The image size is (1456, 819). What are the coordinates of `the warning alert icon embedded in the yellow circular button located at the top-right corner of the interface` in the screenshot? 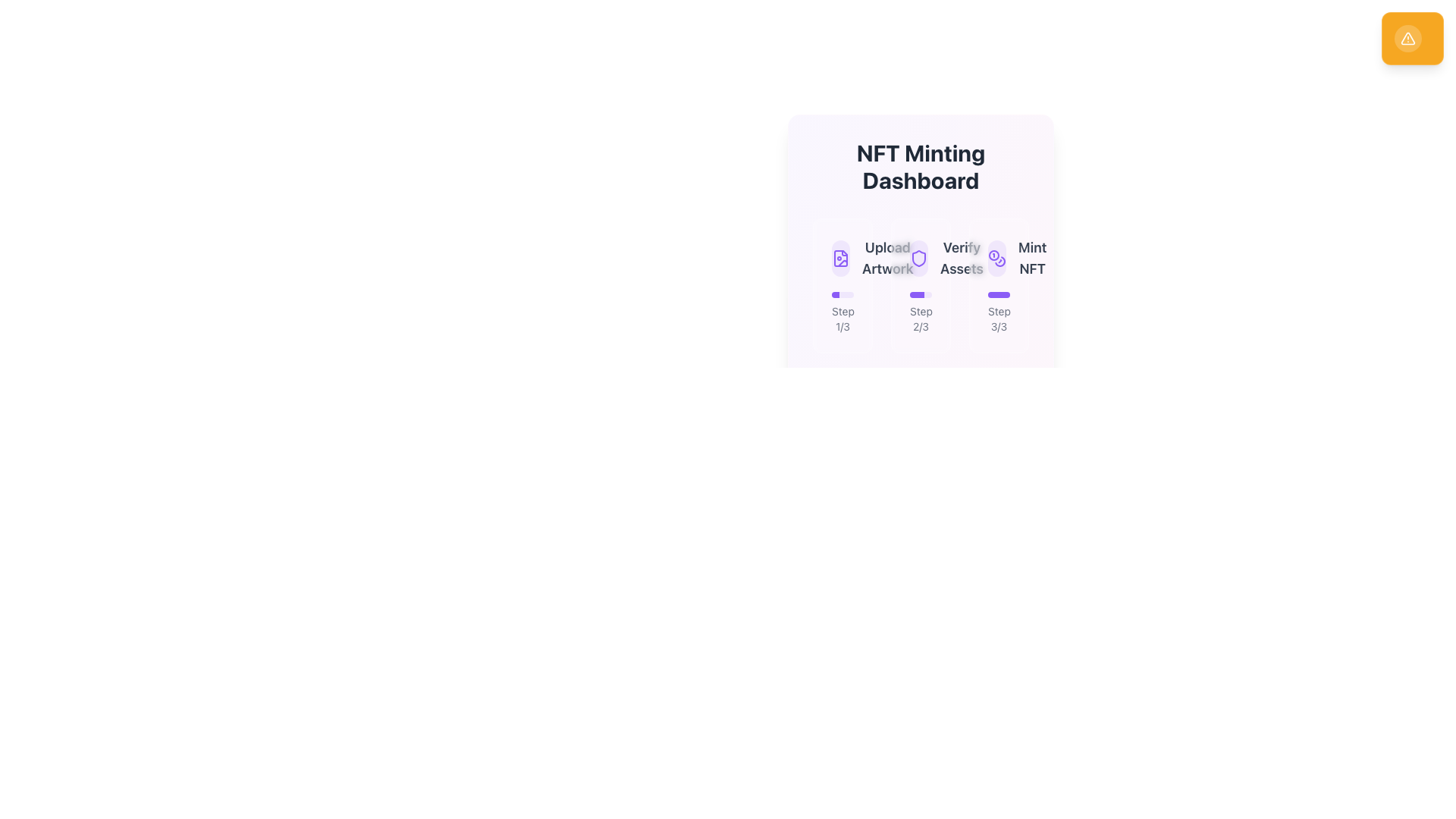 It's located at (1407, 37).